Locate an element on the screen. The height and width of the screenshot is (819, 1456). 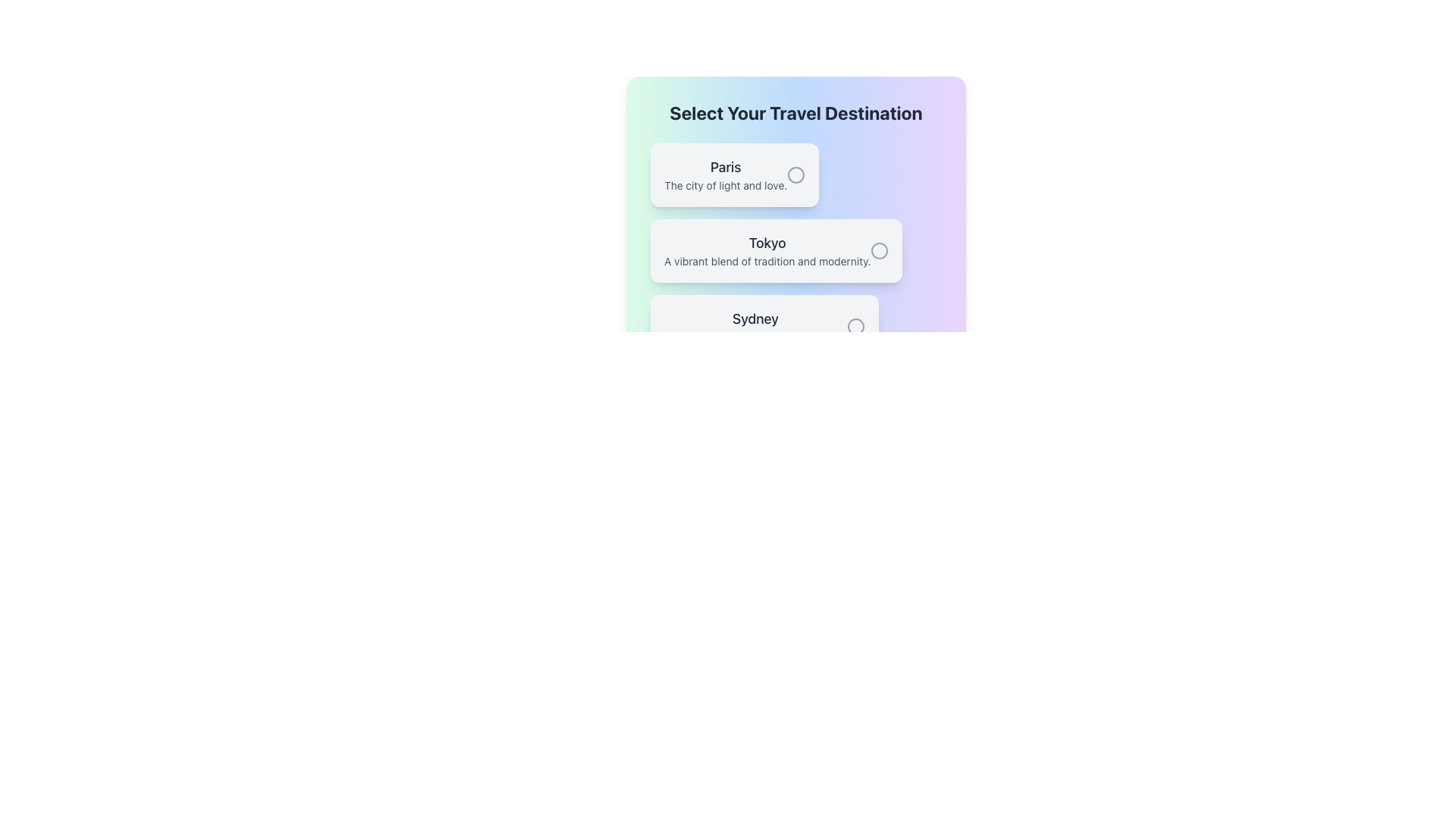
informational text label located below the heading 'Paris' which provides additional context about the travel destination is located at coordinates (725, 185).